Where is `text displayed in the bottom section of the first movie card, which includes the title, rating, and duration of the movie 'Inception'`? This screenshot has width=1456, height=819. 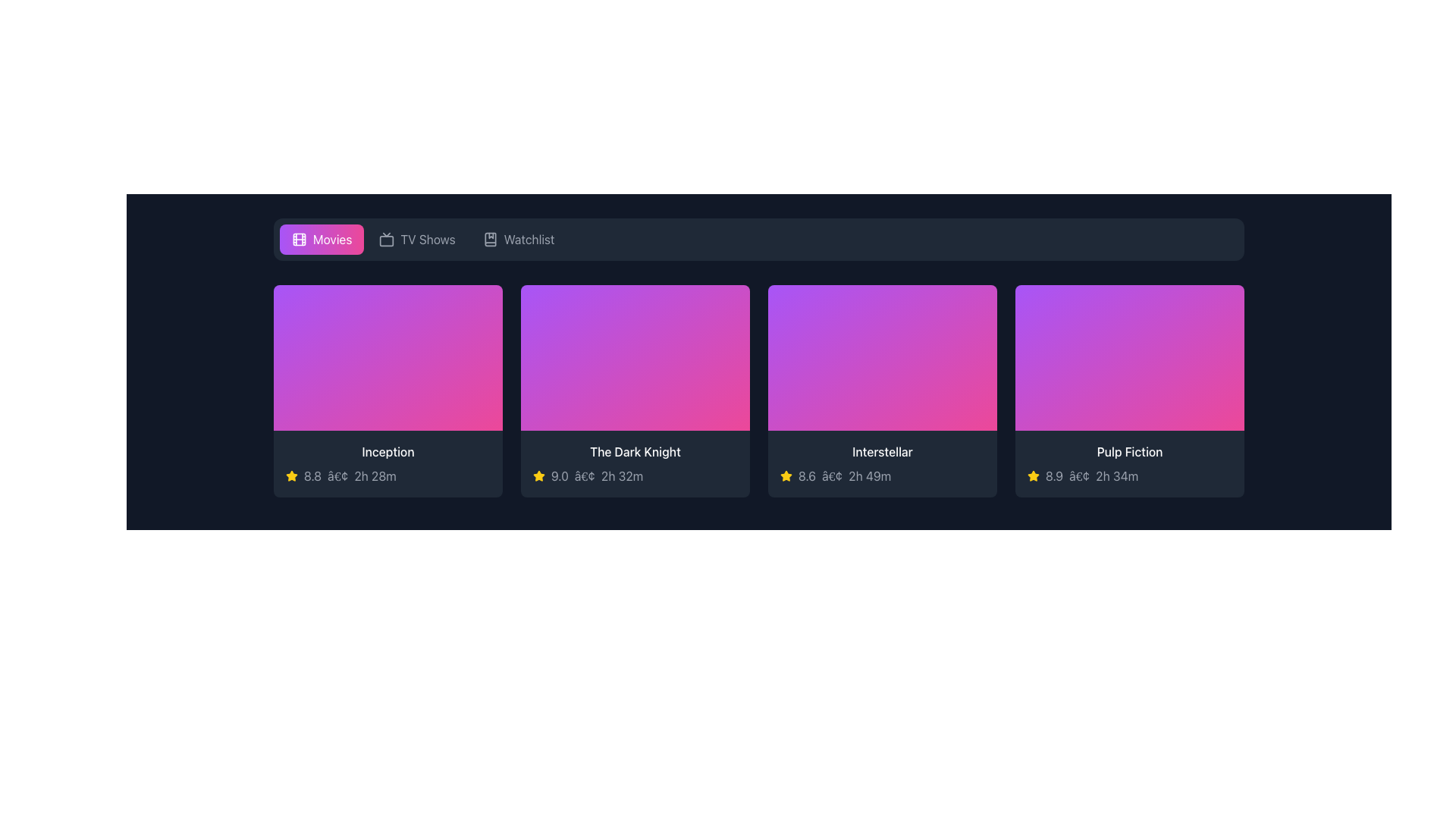
text displayed in the bottom section of the first movie card, which includes the title, rating, and duration of the movie 'Inception' is located at coordinates (388, 463).